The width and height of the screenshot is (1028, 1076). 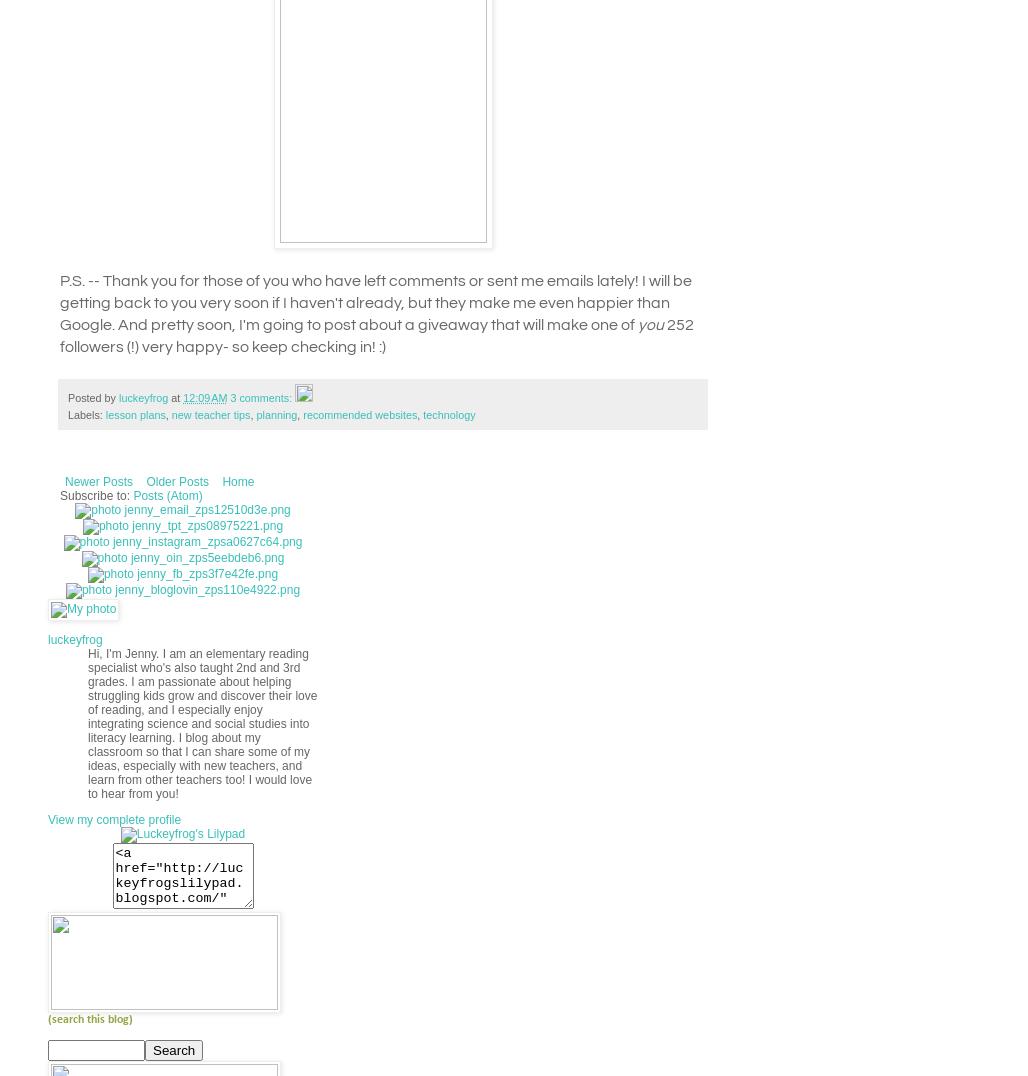 What do you see at coordinates (92, 396) in the screenshot?
I see `'Posted by'` at bounding box center [92, 396].